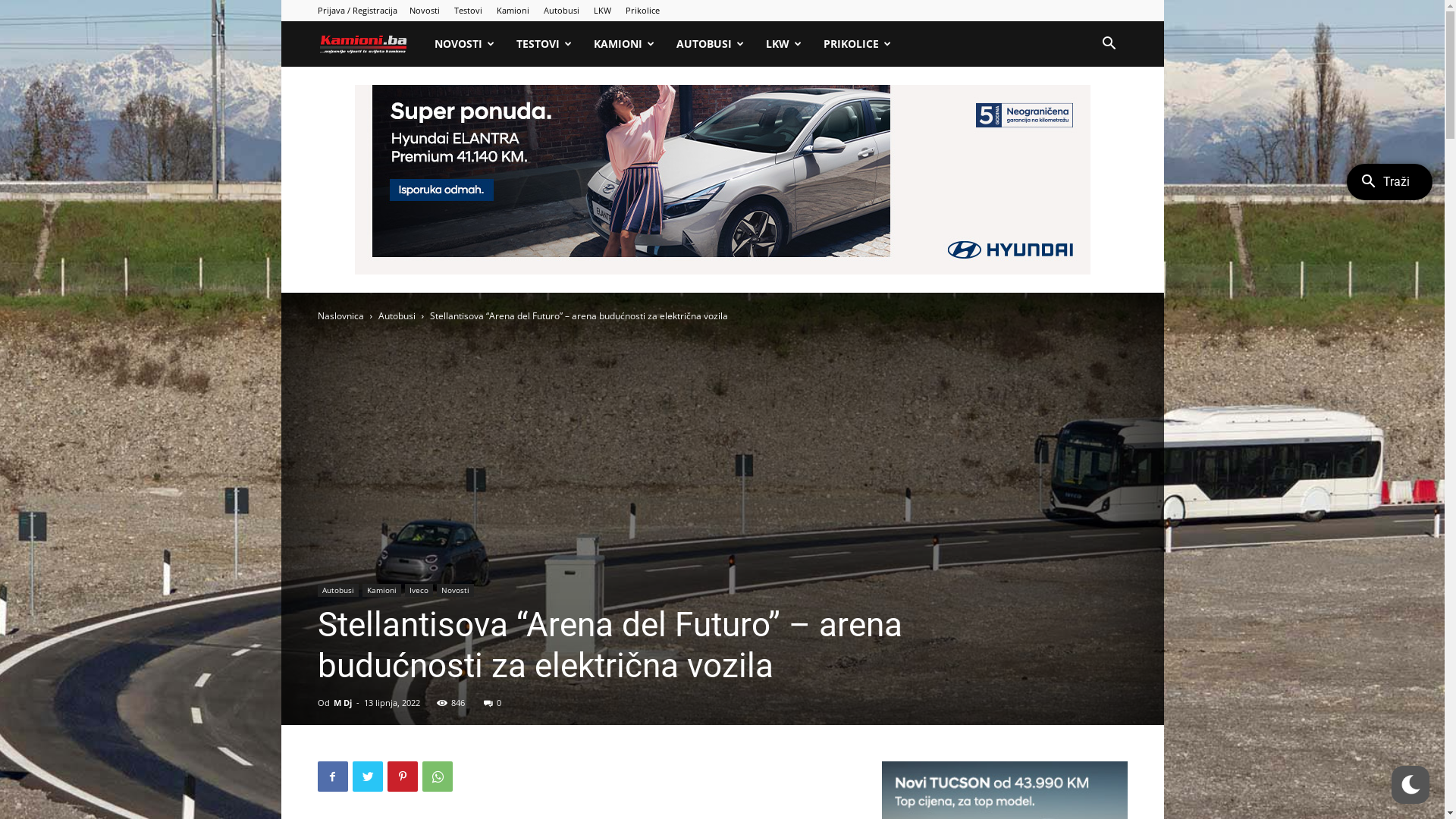 Image resolution: width=1456 pixels, height=819 pixels. What do you see at coordinates (315, 43) in the screenshot?
I see `'Kamioni'` at bounding box center [315, 43].